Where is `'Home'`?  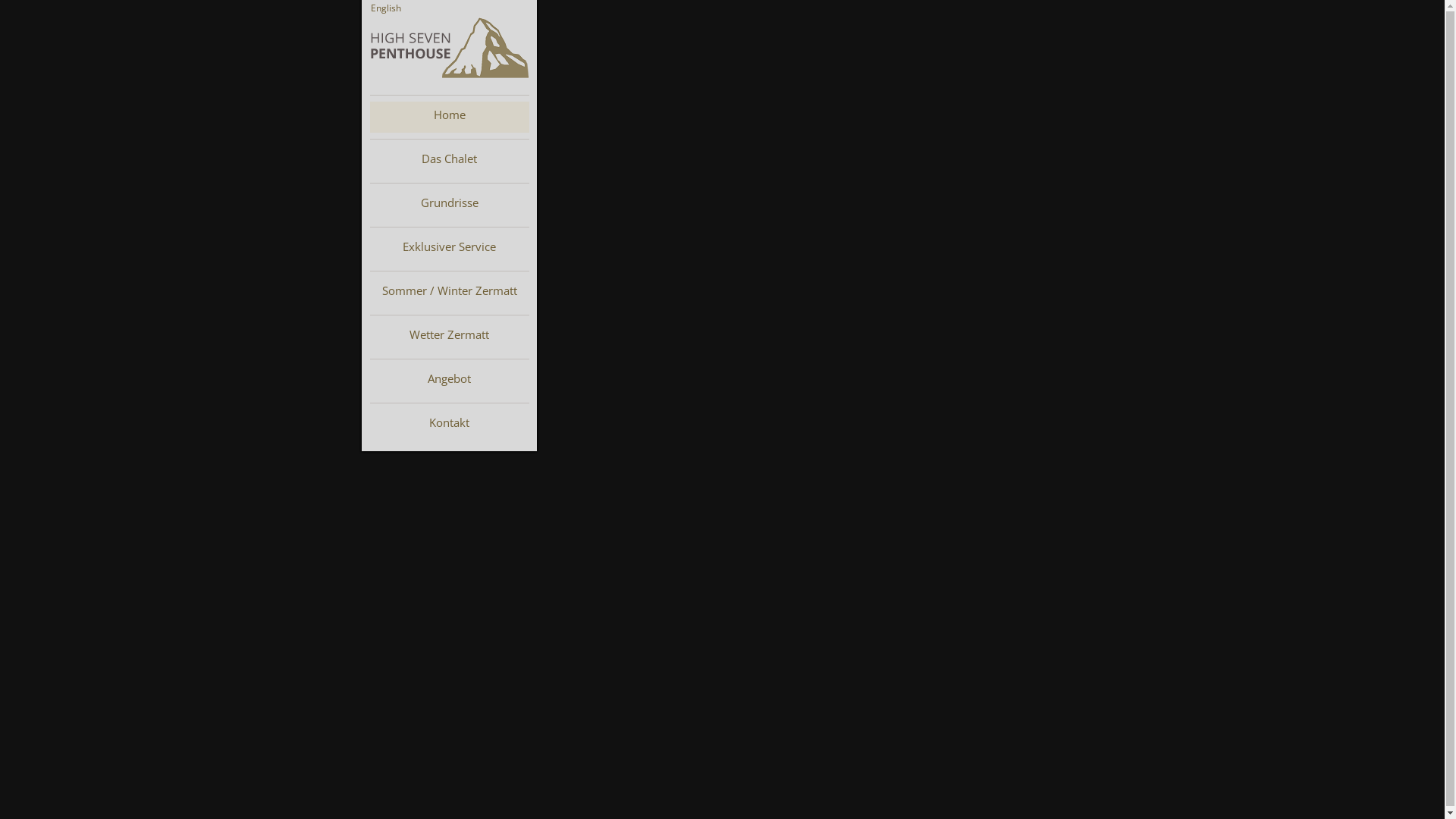
'Home' is located at coordinates (449, 116).